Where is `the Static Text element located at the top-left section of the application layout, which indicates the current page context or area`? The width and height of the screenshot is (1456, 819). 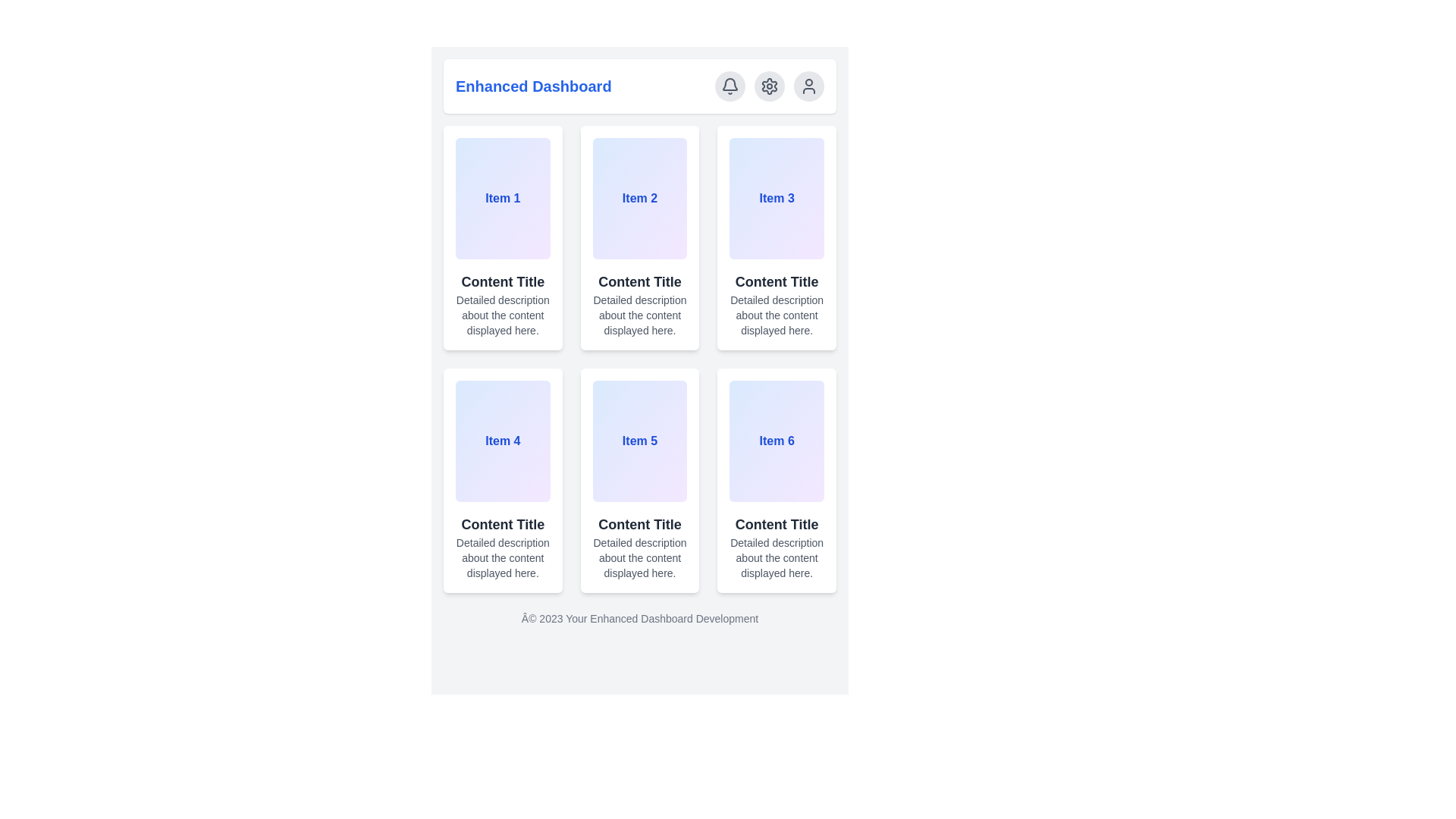 the Static Text element located at the top-left section of the application layout, which indicates the current page context or area is located at coordinates (533, 86).